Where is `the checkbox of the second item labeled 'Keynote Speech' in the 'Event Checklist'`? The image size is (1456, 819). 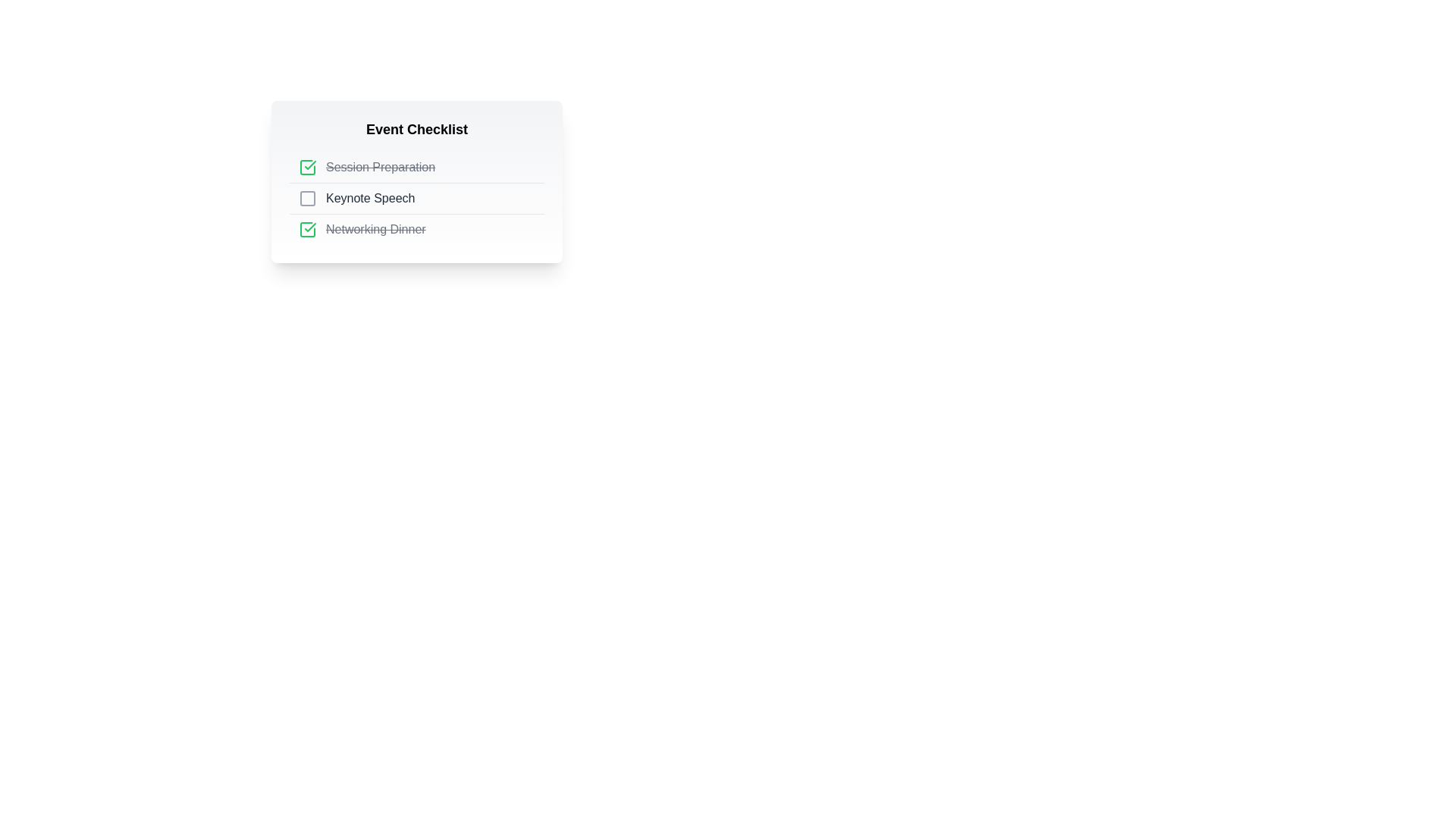
the checkbox of the second item labeled 'Keynote Speech' in the 'Event Checklist' is located at coordinates (417, 198).